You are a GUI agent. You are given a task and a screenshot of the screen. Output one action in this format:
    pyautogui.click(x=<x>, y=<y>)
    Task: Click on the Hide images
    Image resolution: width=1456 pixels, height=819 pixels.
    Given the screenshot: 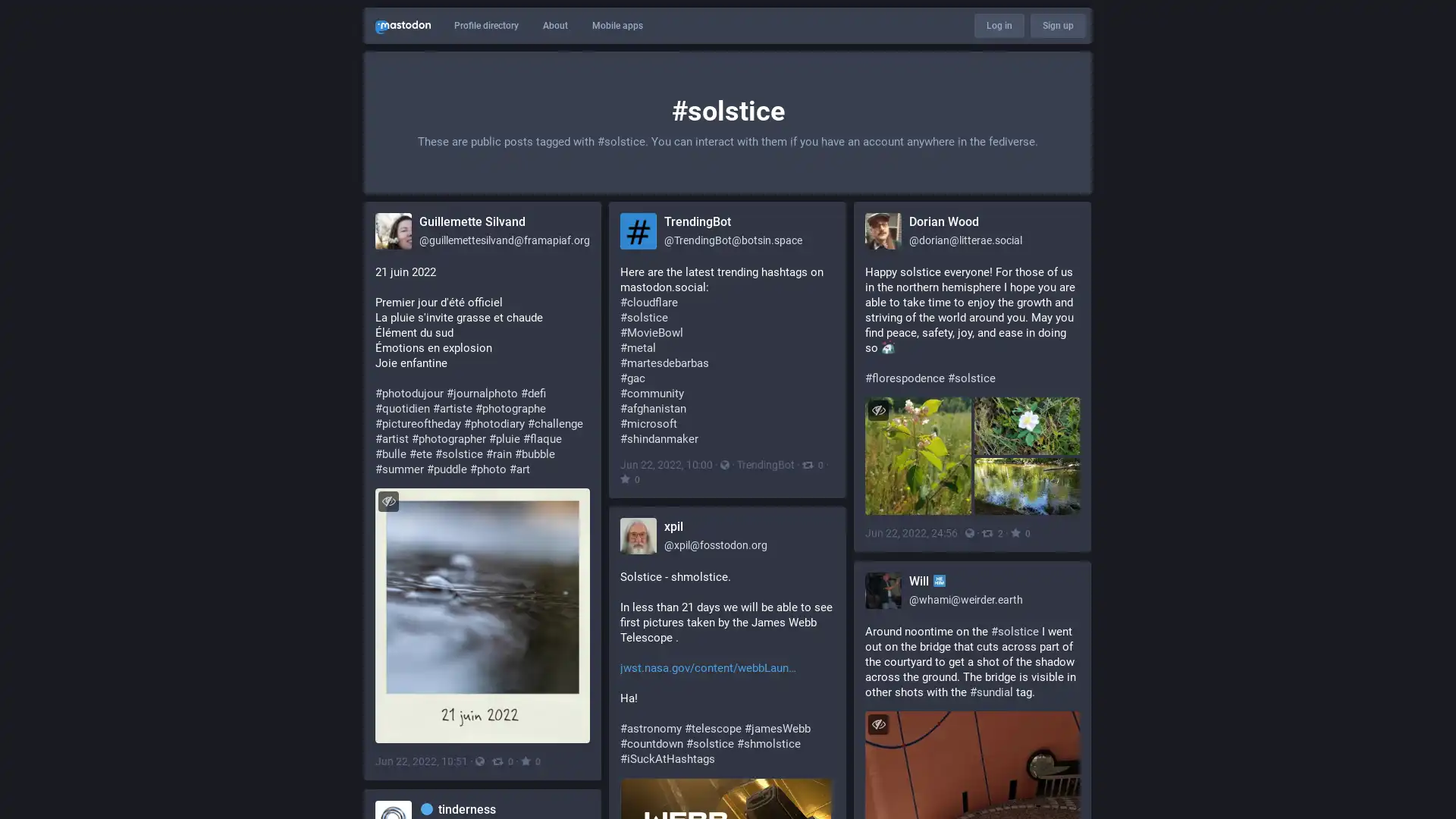 What is the action you would take?
    pyautogui.click(x=878, y=409)
    